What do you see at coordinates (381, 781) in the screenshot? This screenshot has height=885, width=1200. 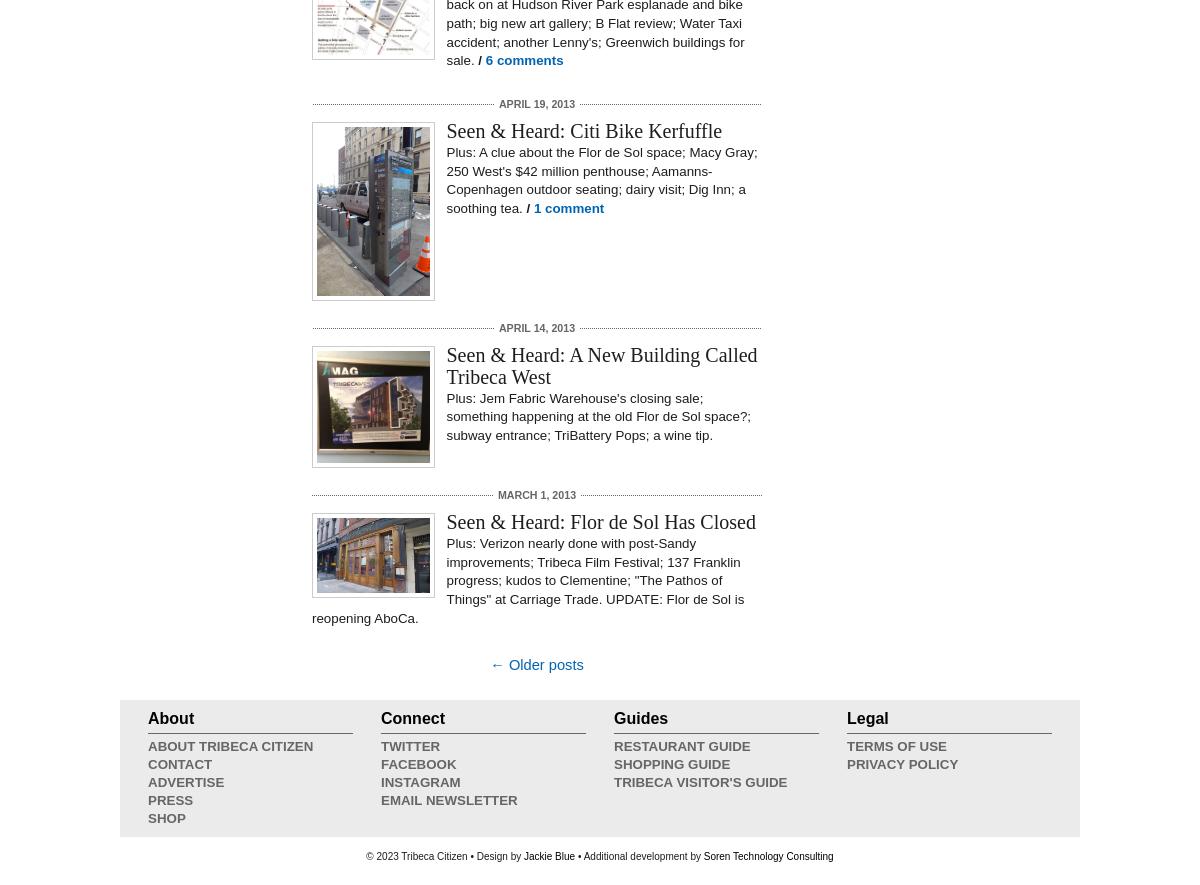 I see `'Instagram'` at bounding box center [381, 781].